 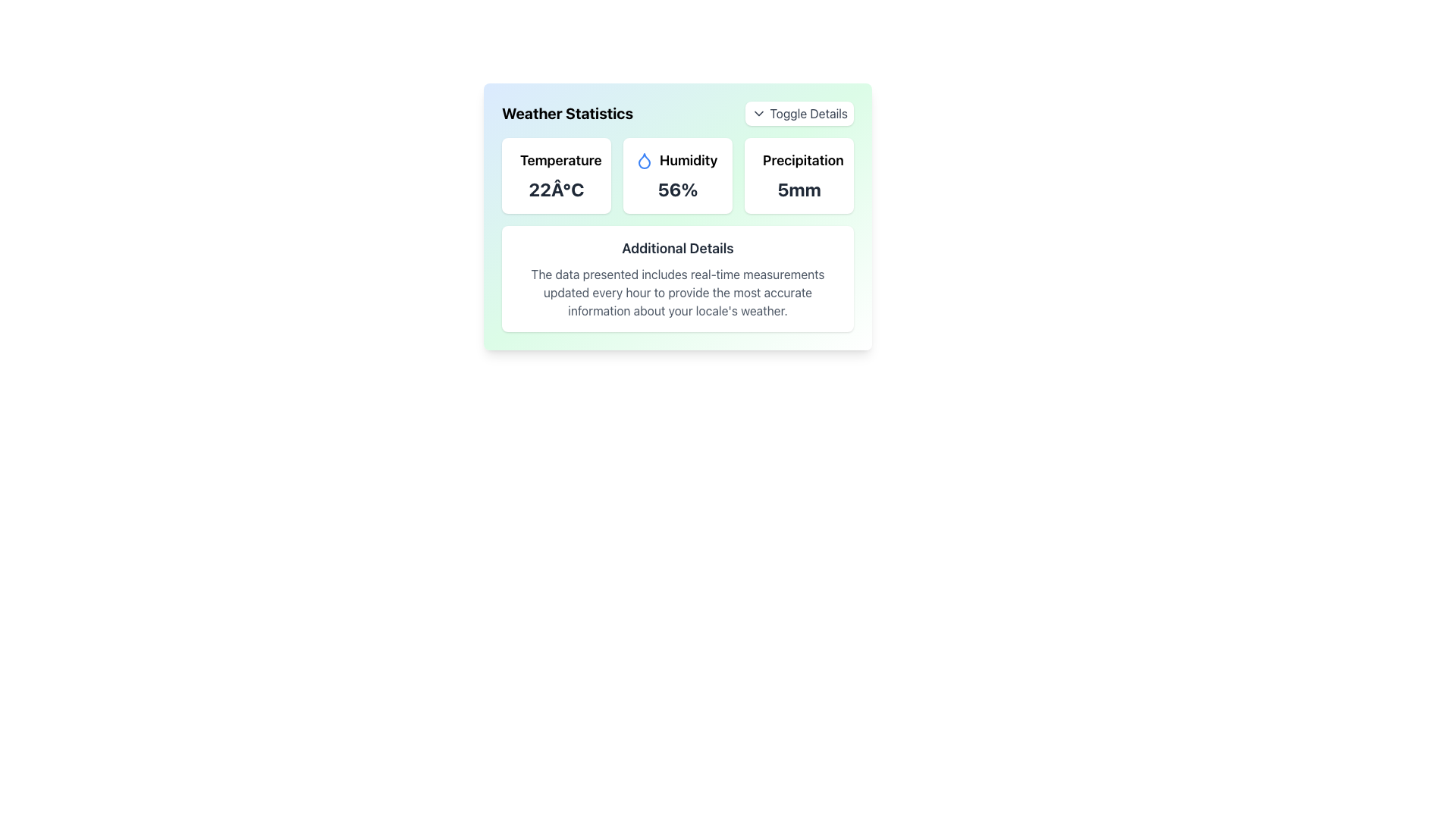 What do you see at coordinates (676, 234) in the screenshot?
I see `the 'Additional Details' informational text section which presents real-time weather data updates` at bounding box center [676, 234].